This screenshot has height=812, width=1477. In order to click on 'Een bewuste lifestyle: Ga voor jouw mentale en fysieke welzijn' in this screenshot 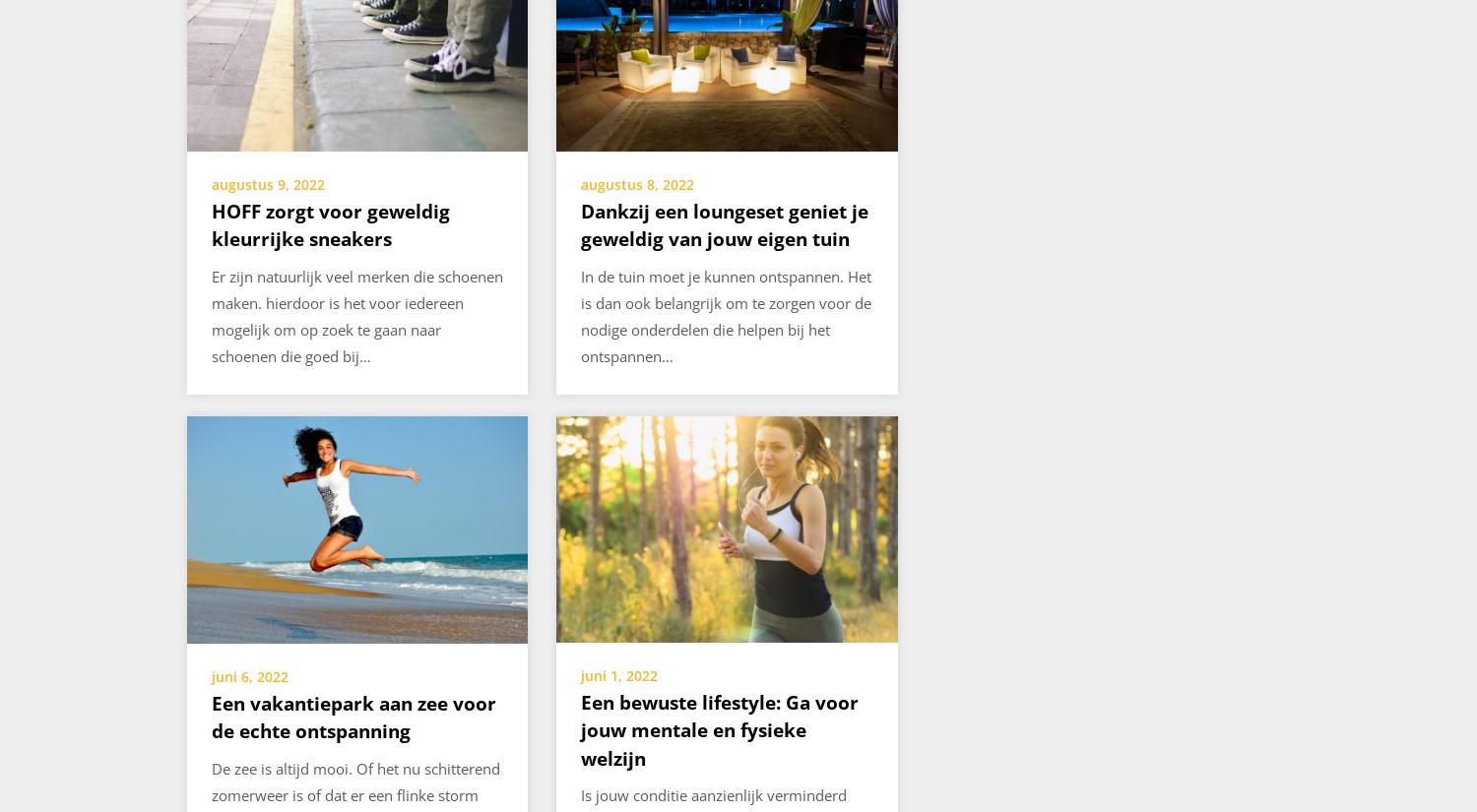, I will do `click(718, 729)`.